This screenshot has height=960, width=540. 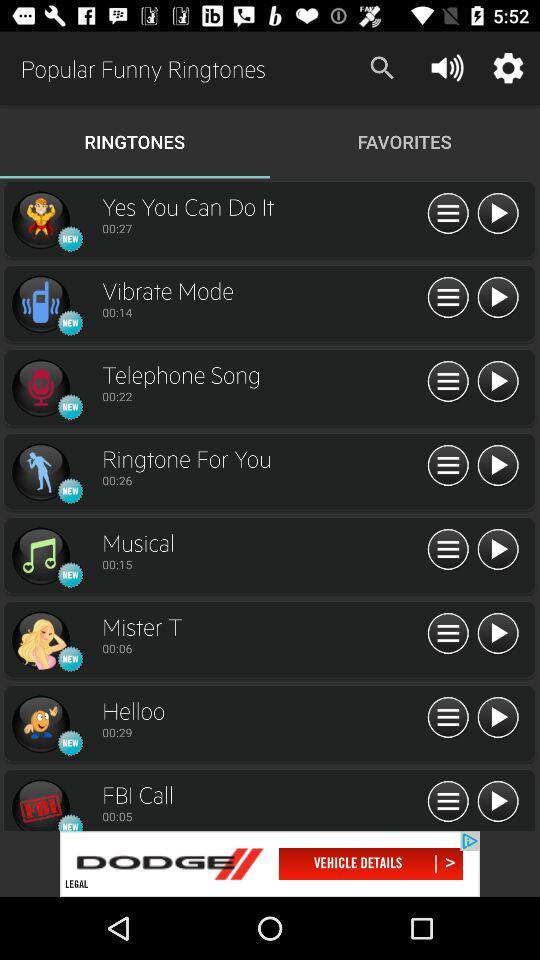 What do you see at coordinates (40, 804) in the screenshot?
I see `icon` at bounding box center [40, 804].